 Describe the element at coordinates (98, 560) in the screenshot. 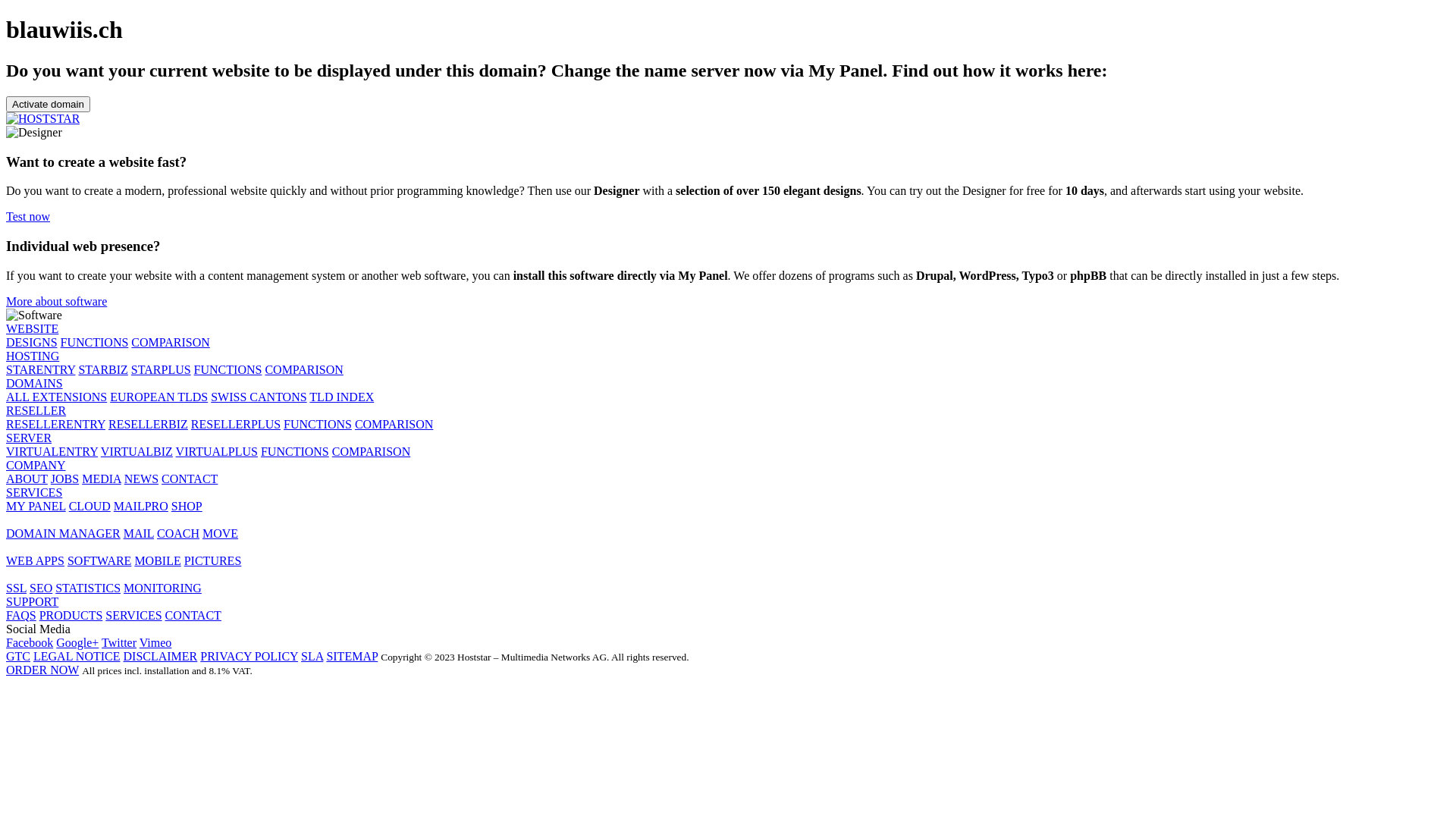

I see `'SOFTWARE'` at that location.